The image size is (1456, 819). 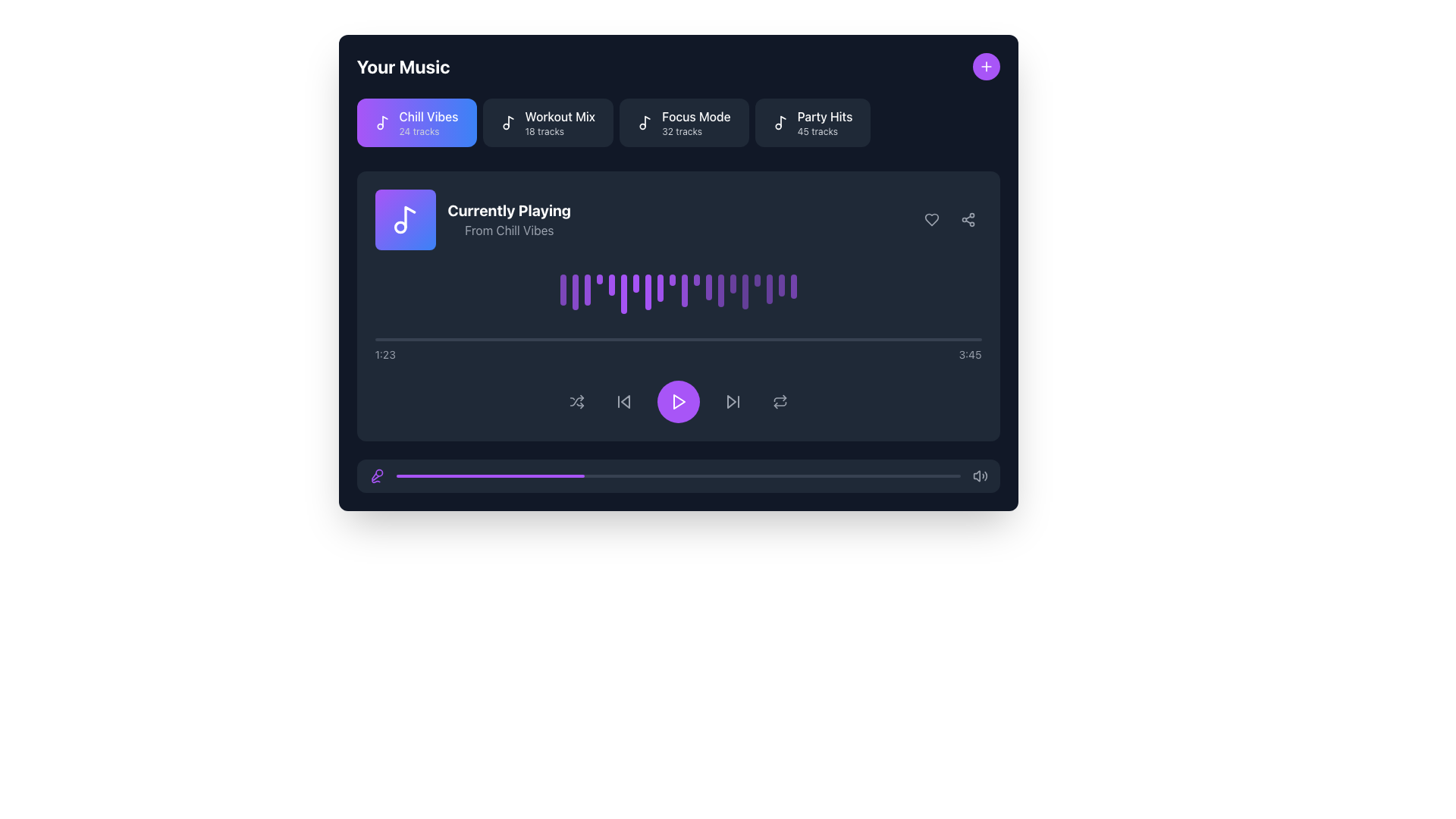 What do you see at coordinates (677, 401) in the screenshot?
I see `the play/pause button located at the bottom section of the music player interface` at bounding box center [677, 401].